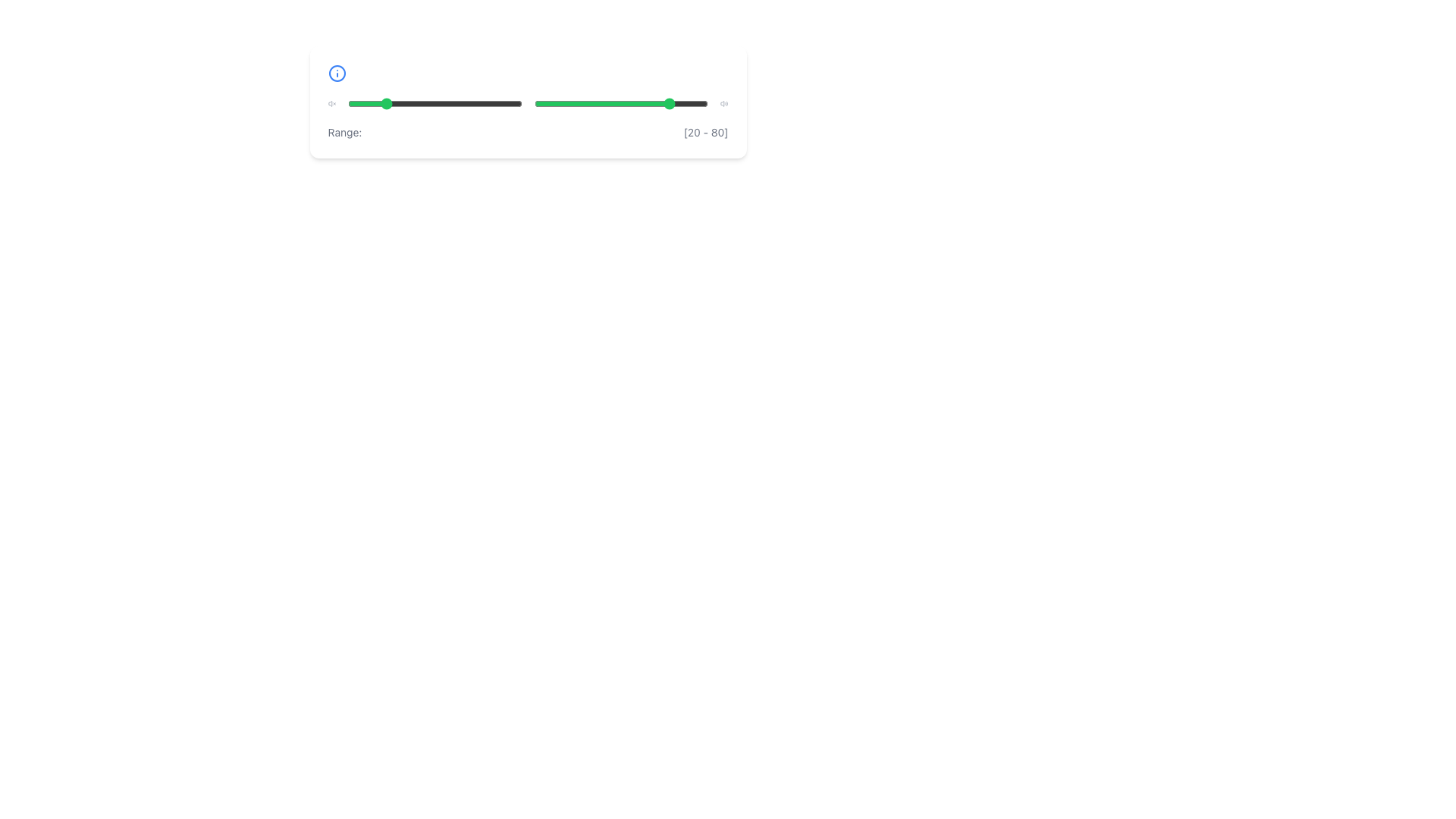  What do you see at coordinates (554, 103) in the screenshot?
I see `the slider value` at bounding box center [554, 103].